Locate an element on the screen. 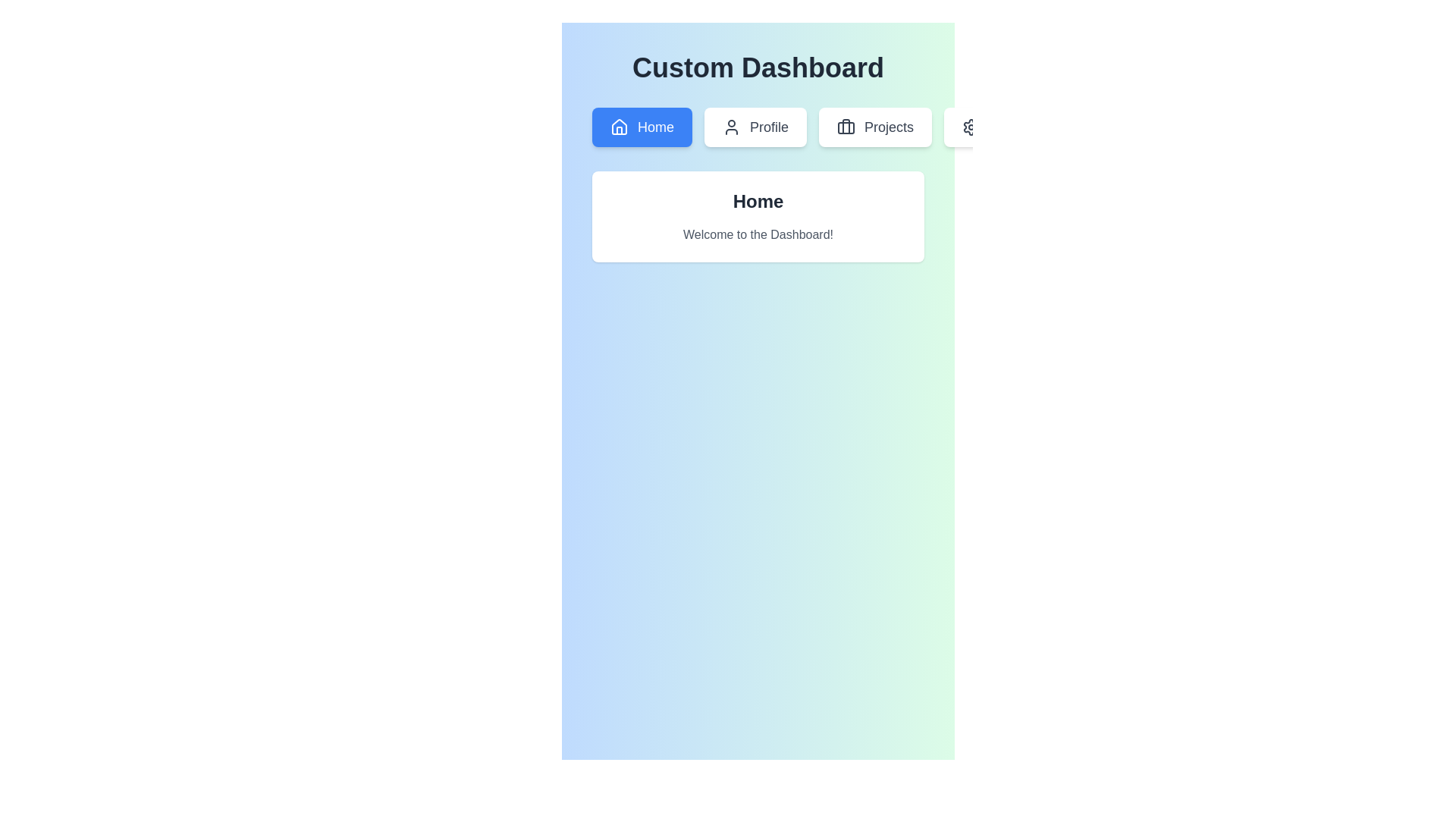 This screenshot has height=819, width=1456. the settings icon represented by a cogwheel-like decorative graphical element located at the top right of the interface, adjacent to the navigation bar is located at coordinates (971, 127).